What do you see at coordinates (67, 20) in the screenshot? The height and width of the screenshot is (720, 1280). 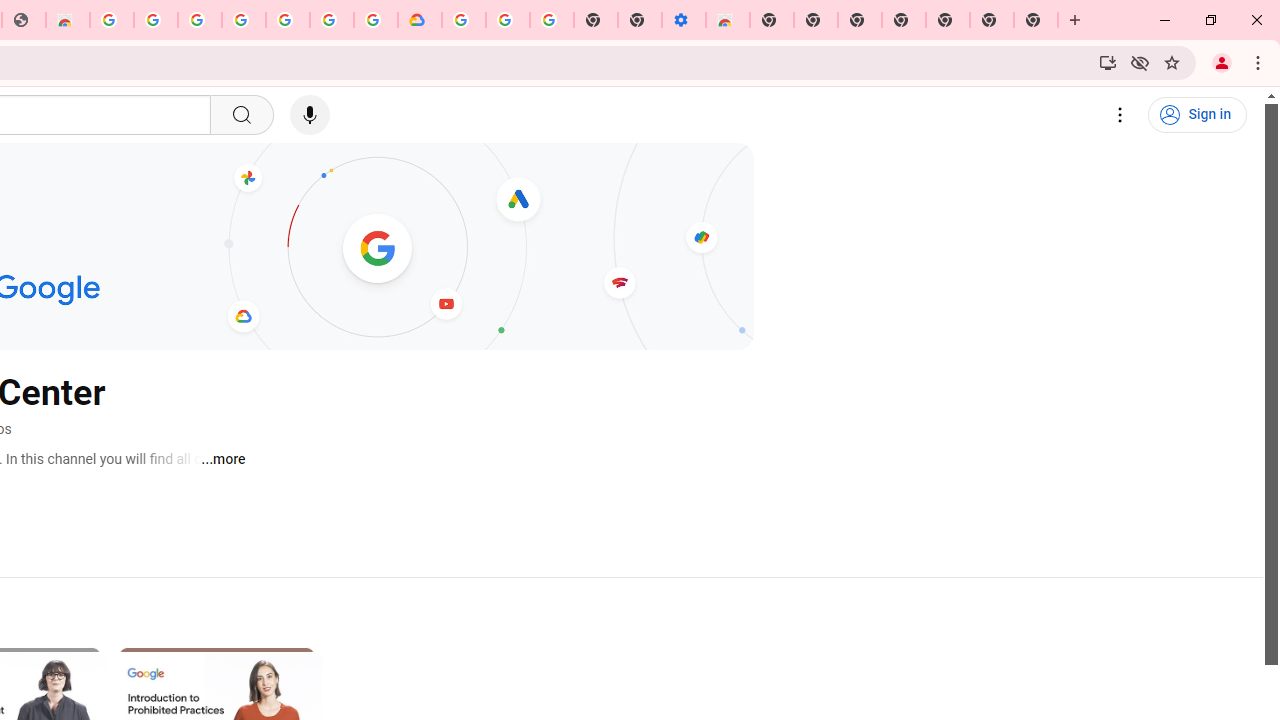 I see `'Chrome Web Store - Household'` at bounding box center [67, 20].